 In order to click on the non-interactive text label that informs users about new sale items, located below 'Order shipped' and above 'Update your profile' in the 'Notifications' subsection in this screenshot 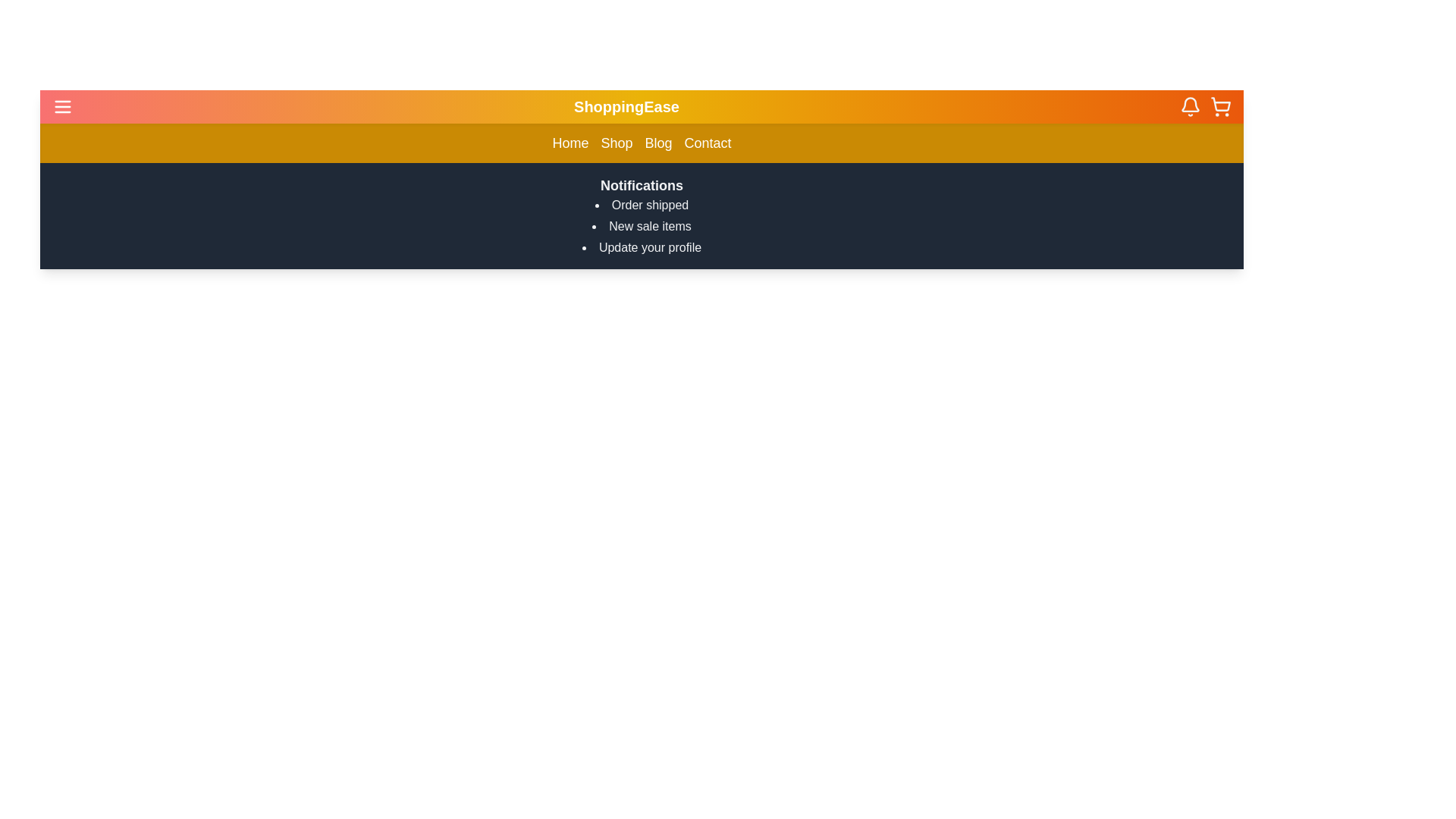, I will do `click(642, 227)`.